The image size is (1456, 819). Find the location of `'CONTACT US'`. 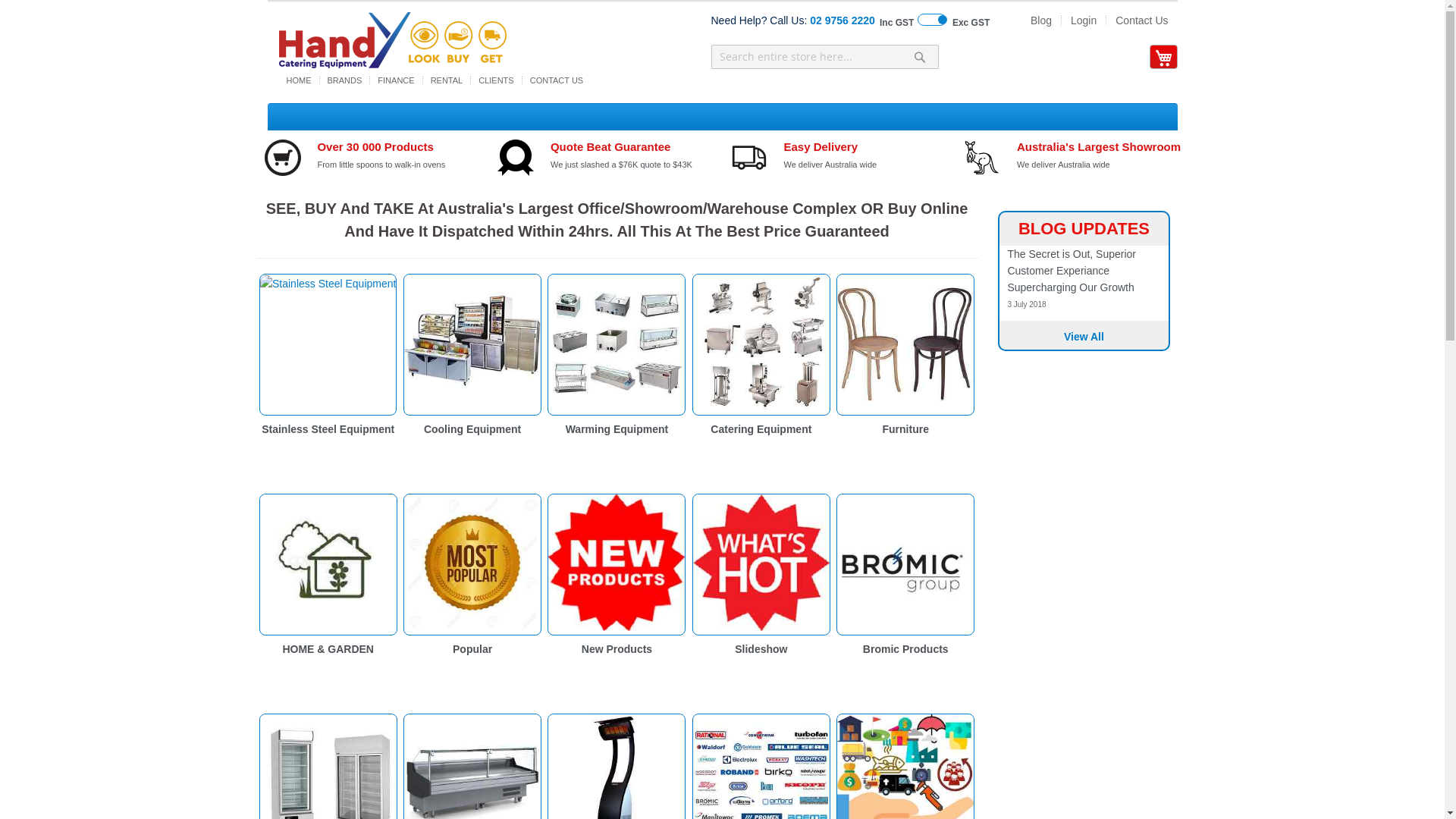

'CONTACT US' is located at coordinates (522, 80).